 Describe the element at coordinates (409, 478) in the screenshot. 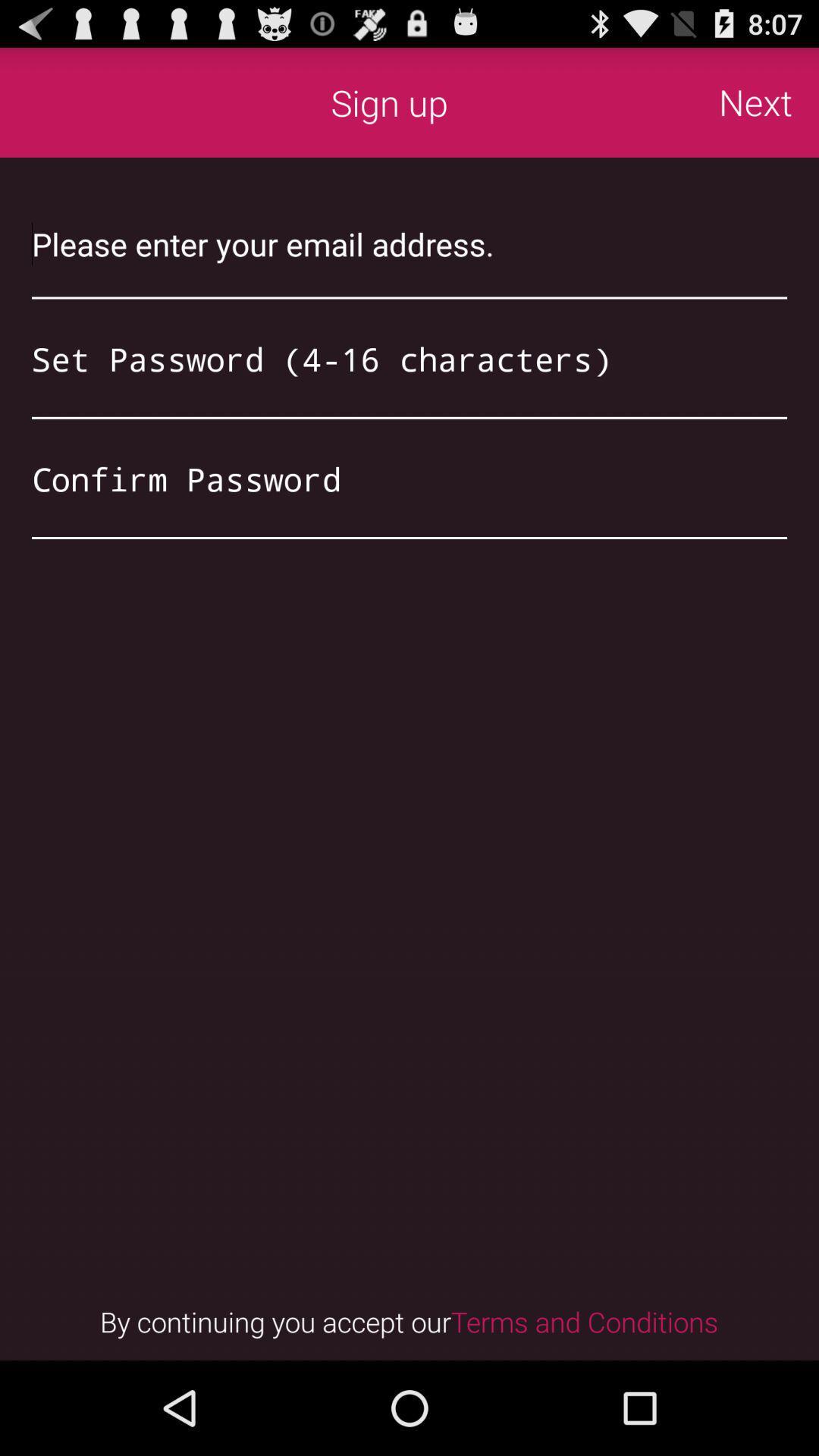

I see `password check` at that location.